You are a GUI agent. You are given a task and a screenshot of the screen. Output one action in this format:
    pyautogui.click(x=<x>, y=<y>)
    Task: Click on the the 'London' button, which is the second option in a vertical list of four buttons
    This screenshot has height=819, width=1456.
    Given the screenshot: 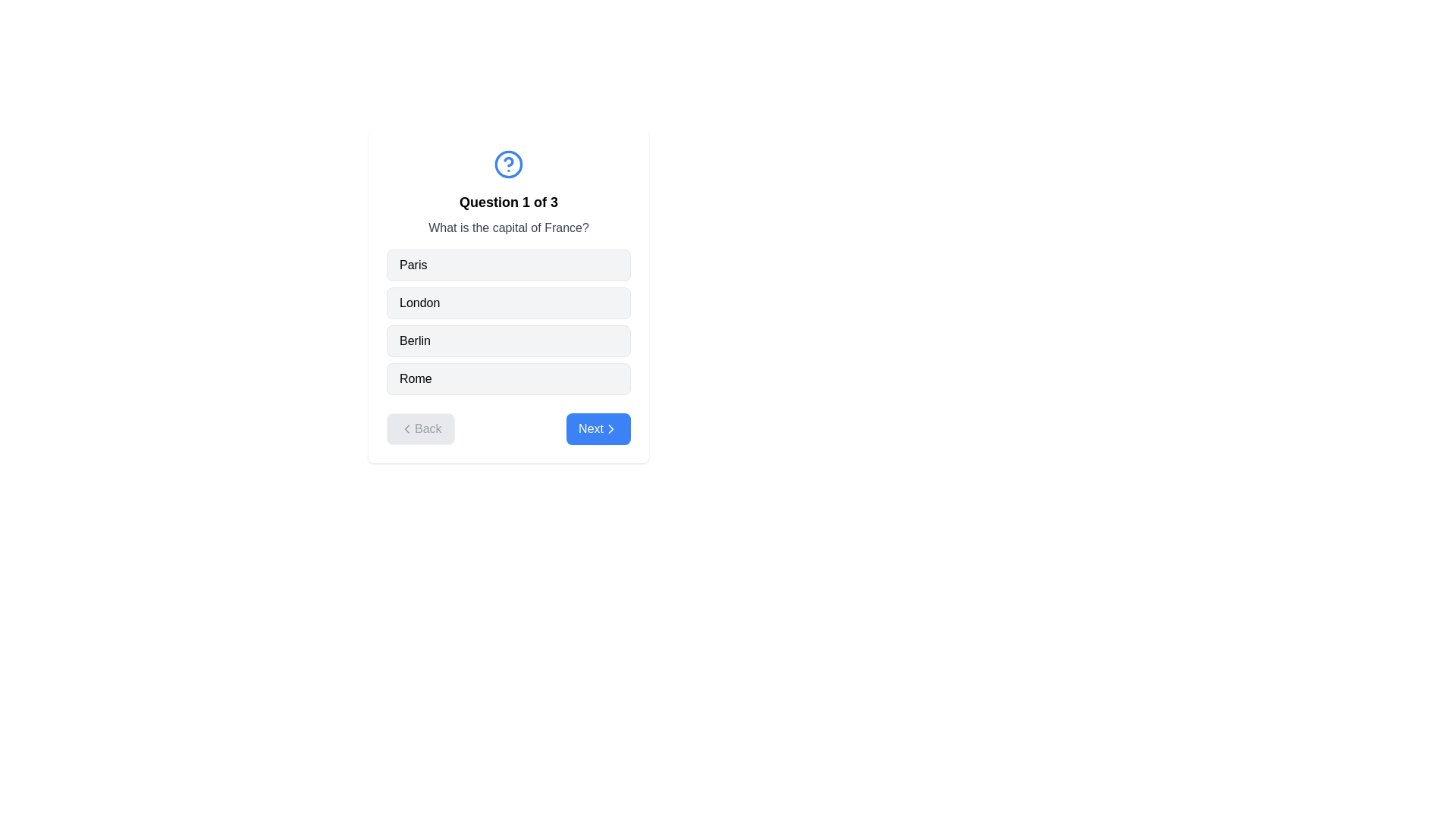 What is the action you would take?
    pyautogui.click(x=509, y=303)
    